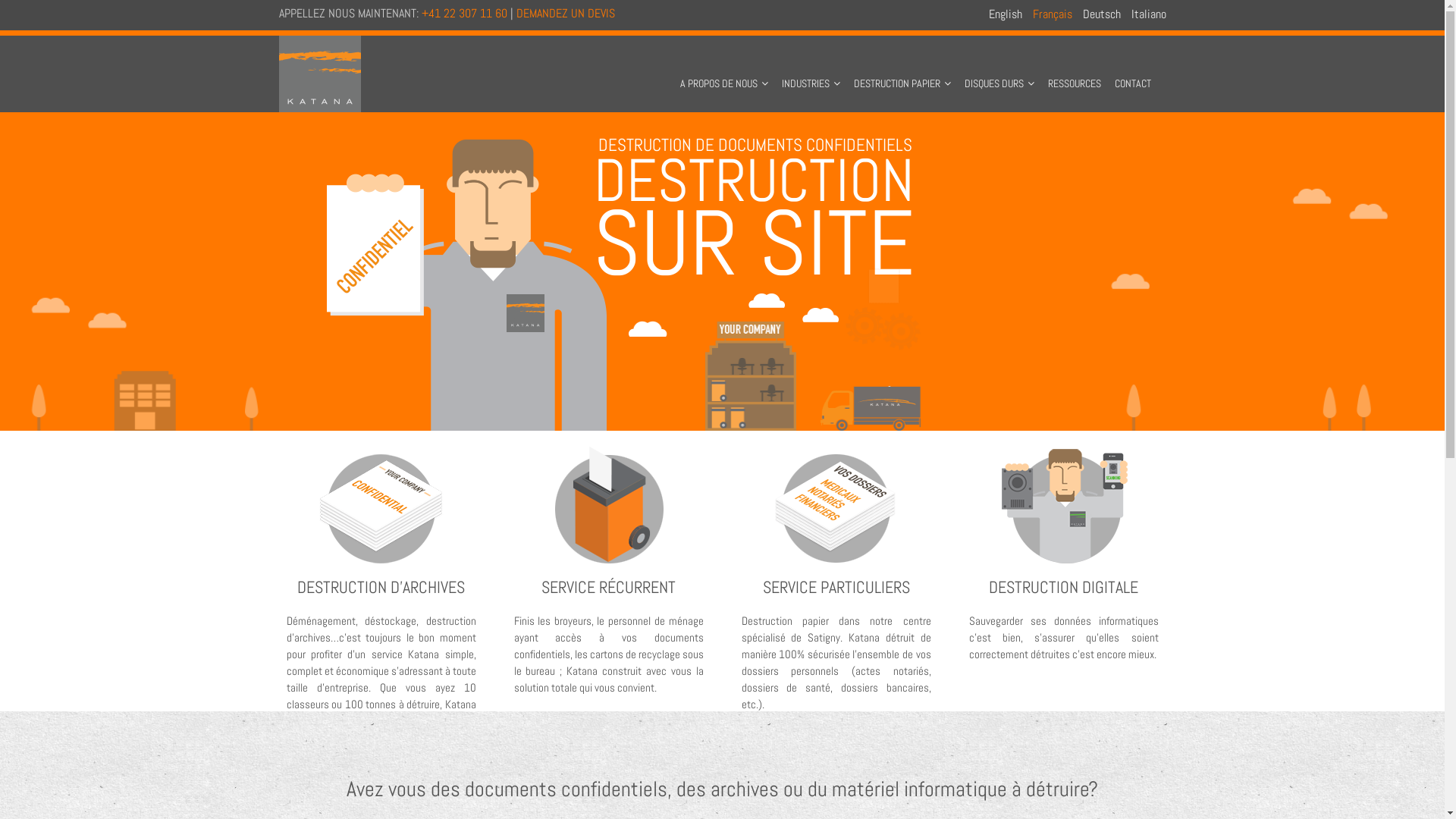 The height and width of the screenshot is (819, 1456). I want to click on 'A PROPOS DE NOUS', so click(676, 71).